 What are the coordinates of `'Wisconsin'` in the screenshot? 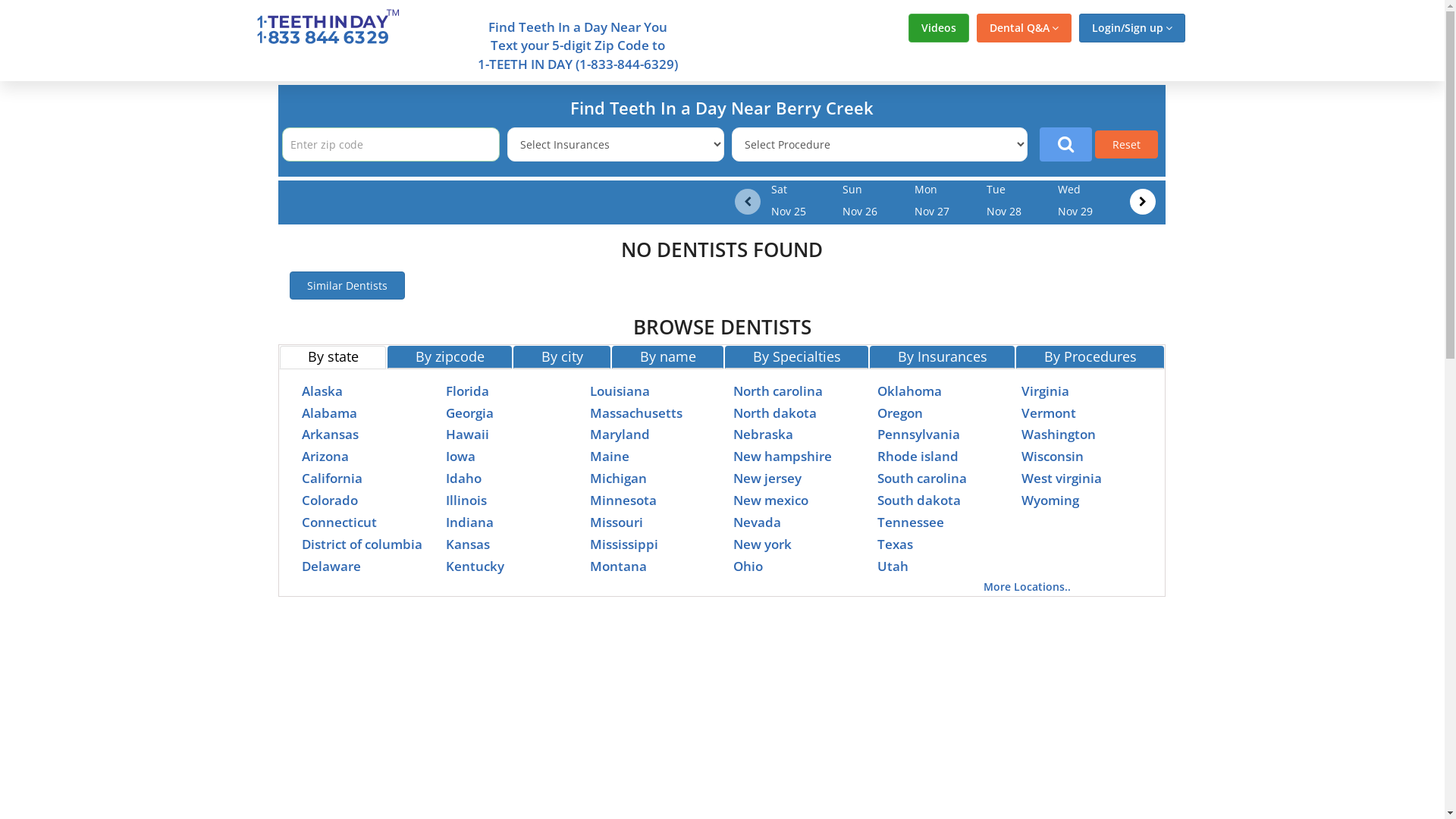 It's located at (1051, 455).